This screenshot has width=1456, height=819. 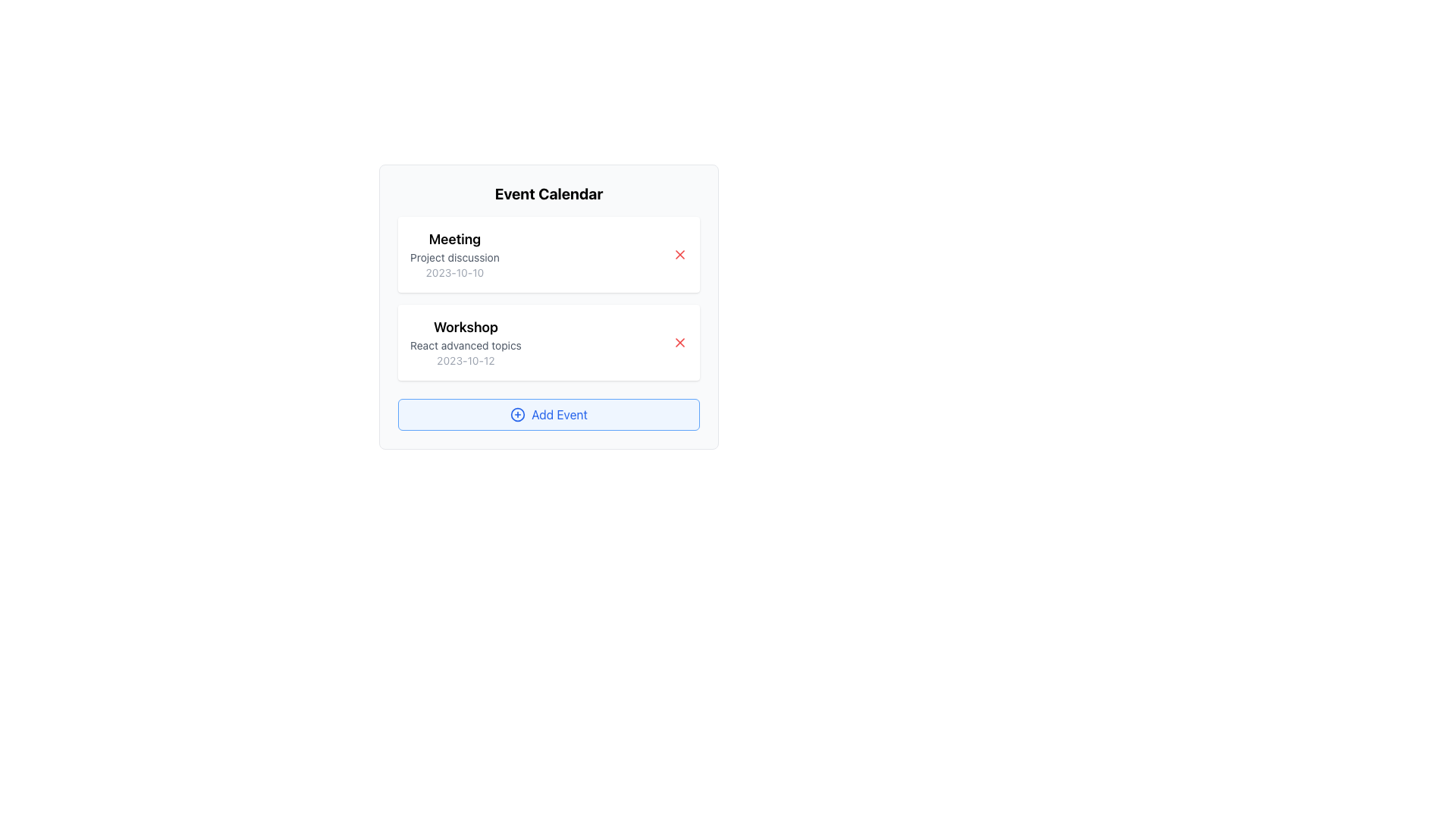 I want to click on the SVG Icon that represents the action of adding an event, located centrally within the 'Add Event' button, so click(x=518, y=415).